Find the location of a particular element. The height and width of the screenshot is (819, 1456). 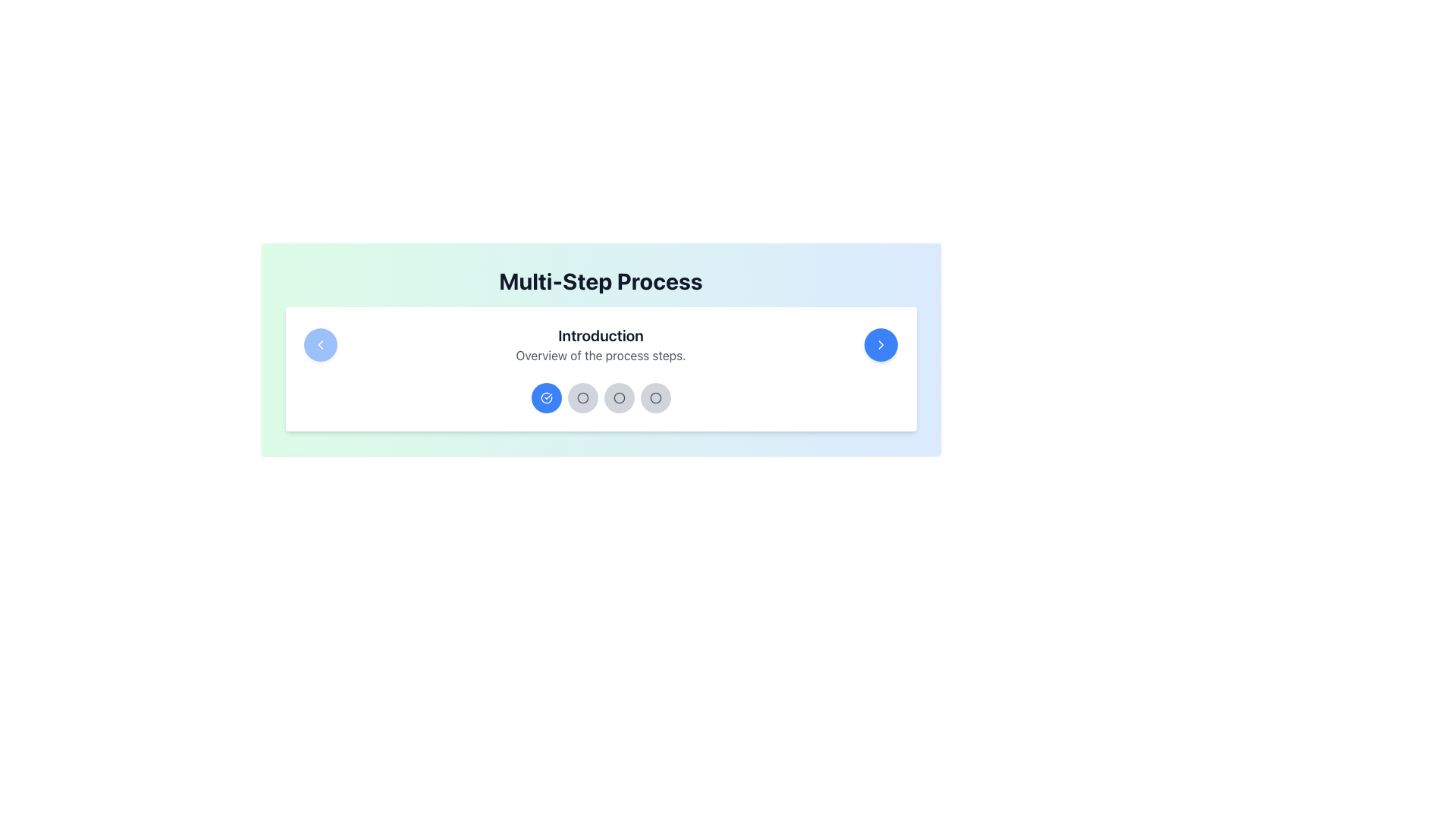

the second circular button with a grey stroke and no fill color, located in the lower section of the card displaying the 'Introduction' heading is located at coordinates (655, 397).